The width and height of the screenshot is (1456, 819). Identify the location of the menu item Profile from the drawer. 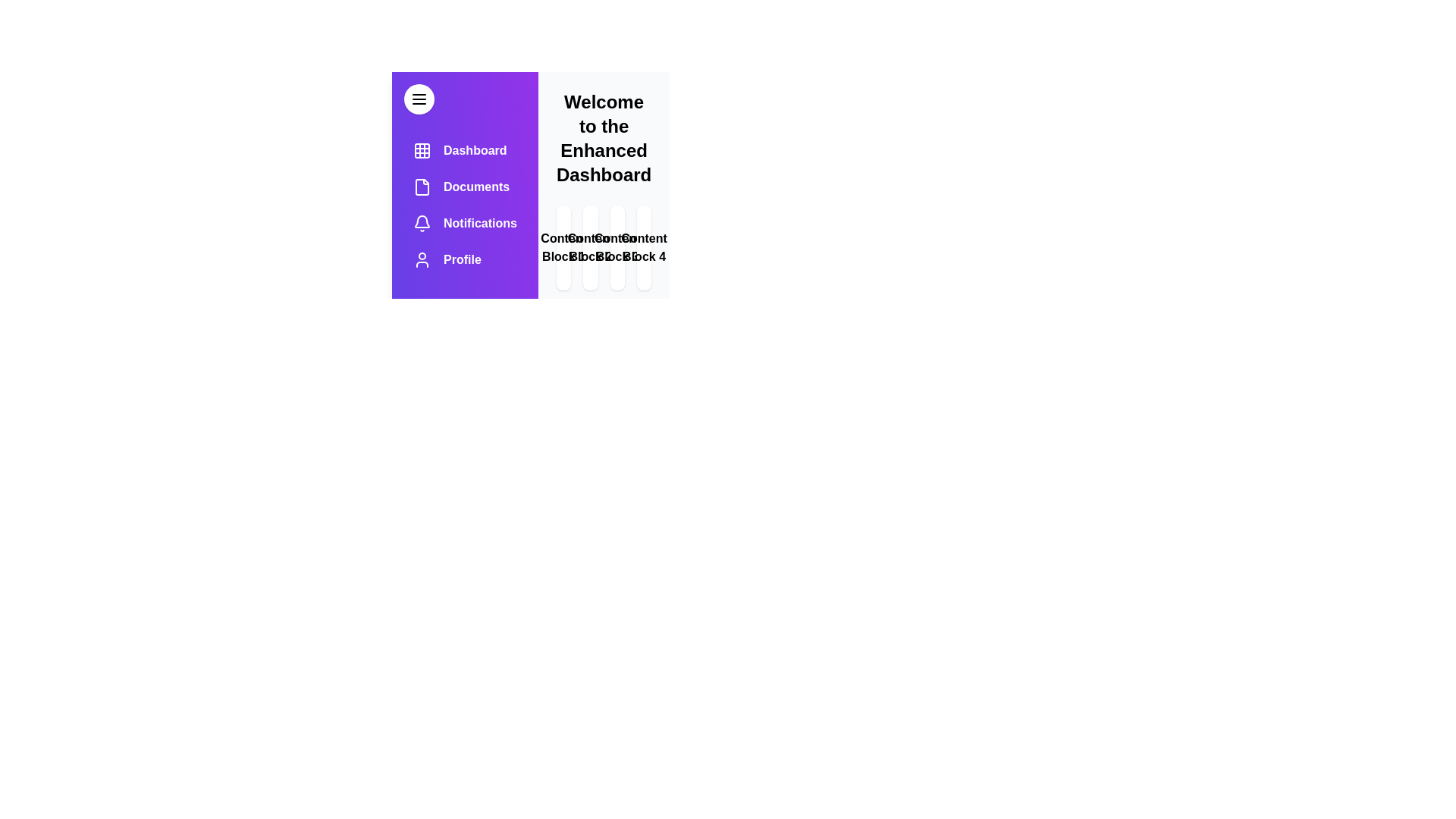
(464, 259).